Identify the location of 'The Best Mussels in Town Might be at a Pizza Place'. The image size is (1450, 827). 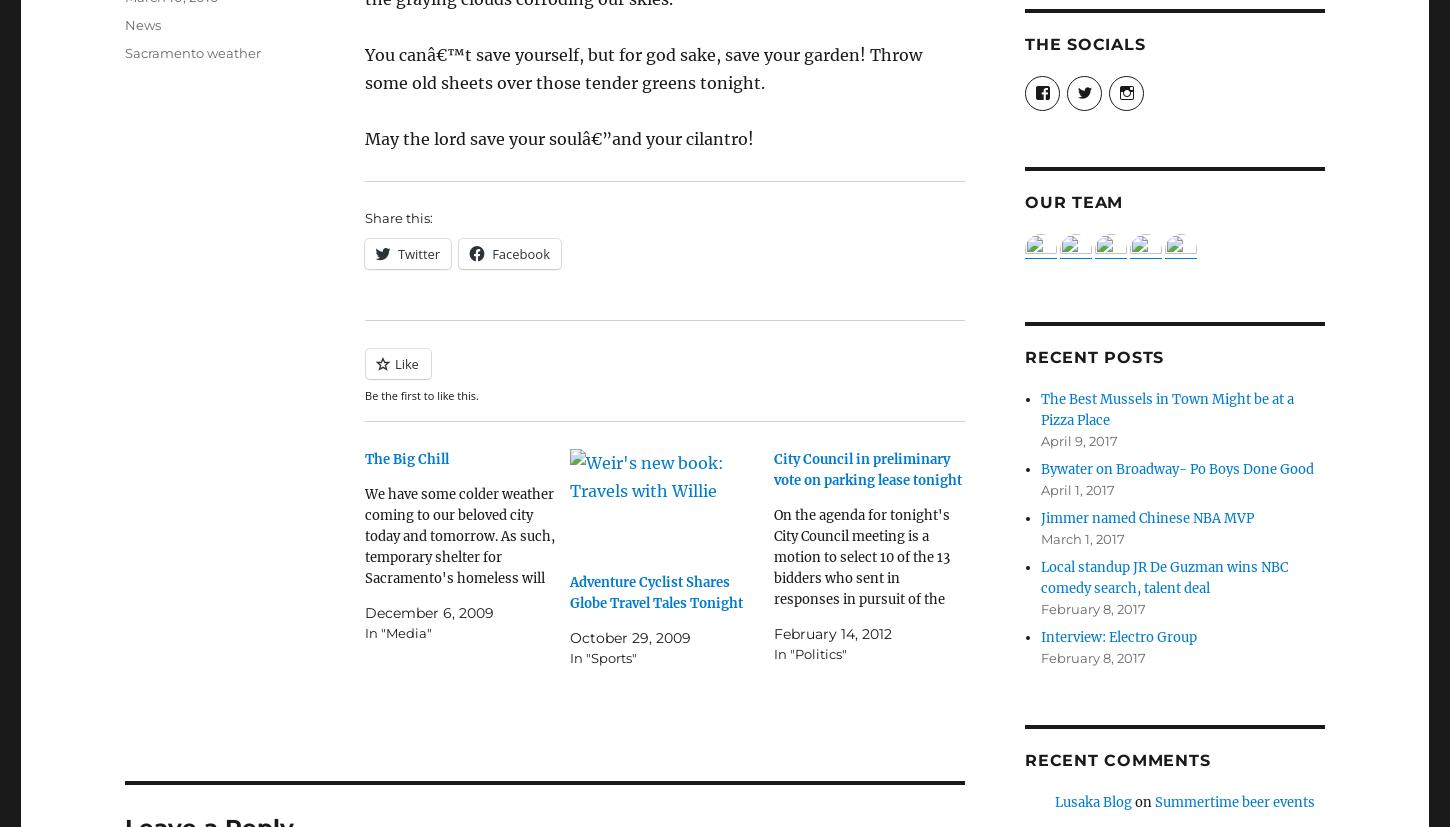
(1166, 410).